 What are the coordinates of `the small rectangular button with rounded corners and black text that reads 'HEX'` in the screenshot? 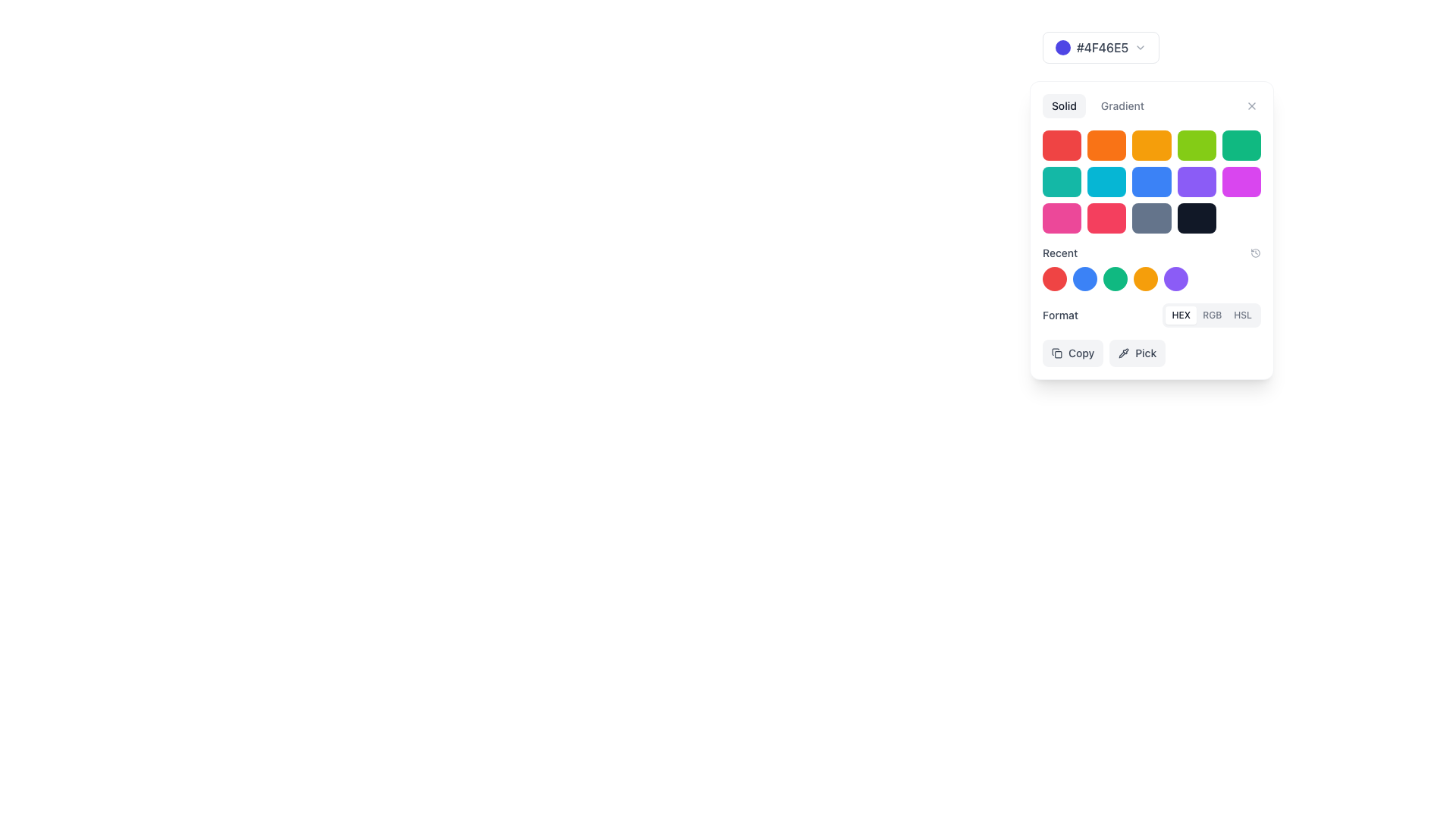 It's located at (1180, 315).